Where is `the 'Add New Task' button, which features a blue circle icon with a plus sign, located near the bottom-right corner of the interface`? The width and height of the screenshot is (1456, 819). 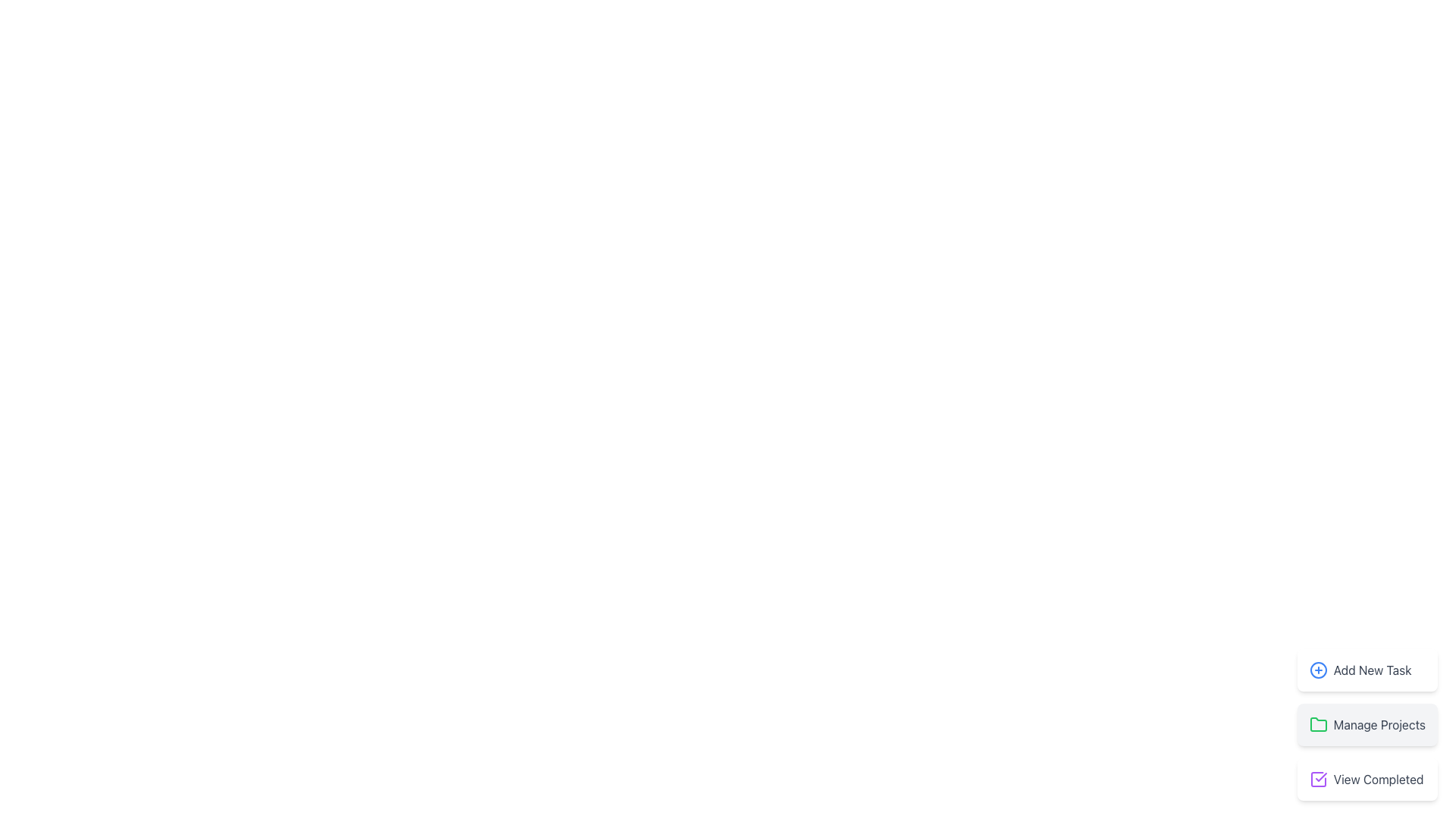
the 'Add New Task' button, which features a blue circle icon with a plus sign, located near the bottom-right corner of the interface is located at coordinates (1367, 669).